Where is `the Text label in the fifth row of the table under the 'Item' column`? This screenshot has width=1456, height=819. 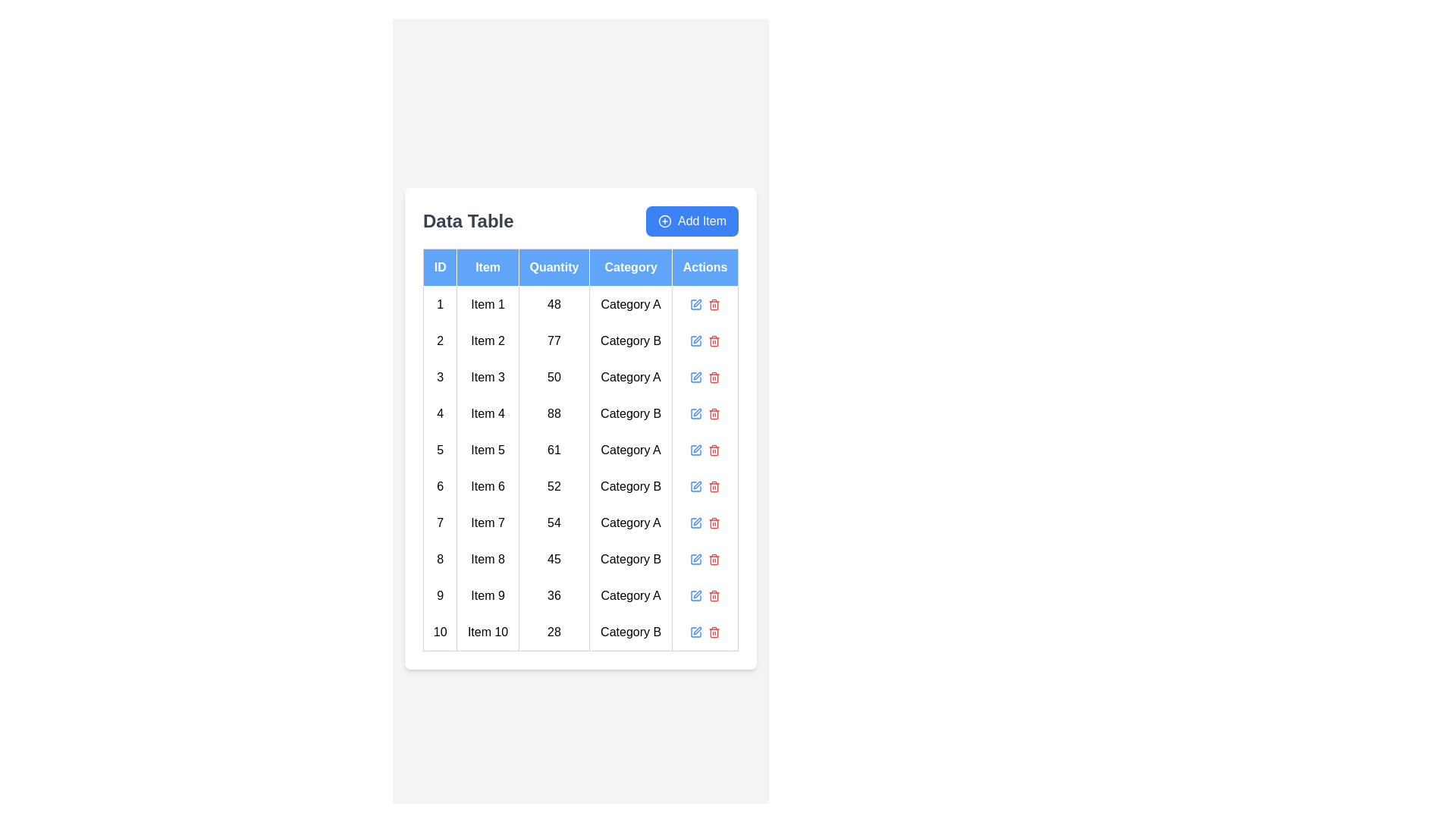
the Text label in the fifth row of the table under the 'Item' column is located at coordinates (488, 449).